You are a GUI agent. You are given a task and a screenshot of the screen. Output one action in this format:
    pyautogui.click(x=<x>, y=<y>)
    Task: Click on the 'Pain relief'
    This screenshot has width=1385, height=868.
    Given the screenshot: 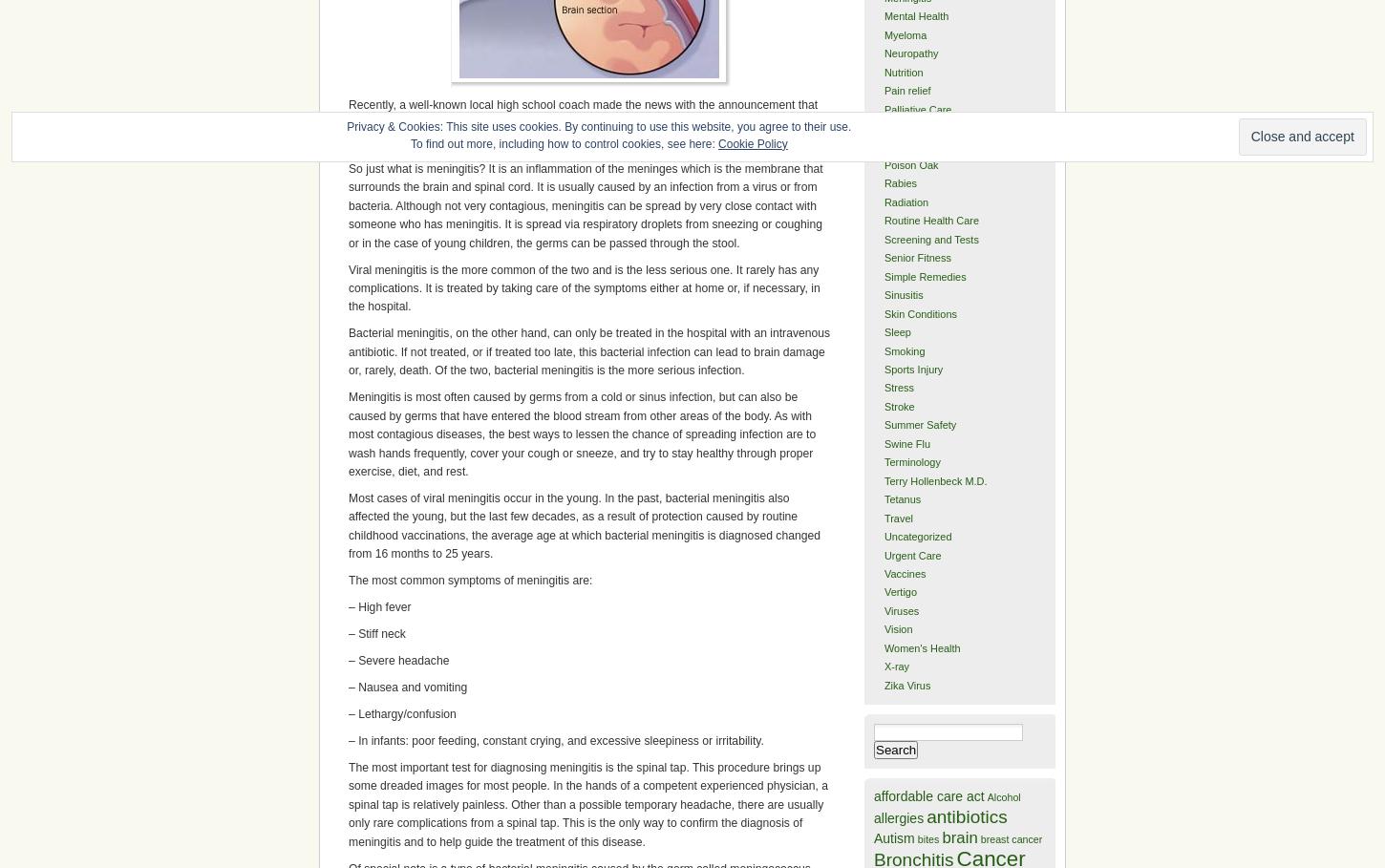 What is the action you would take?
    pyautogui.click(x=882, y=89)
    